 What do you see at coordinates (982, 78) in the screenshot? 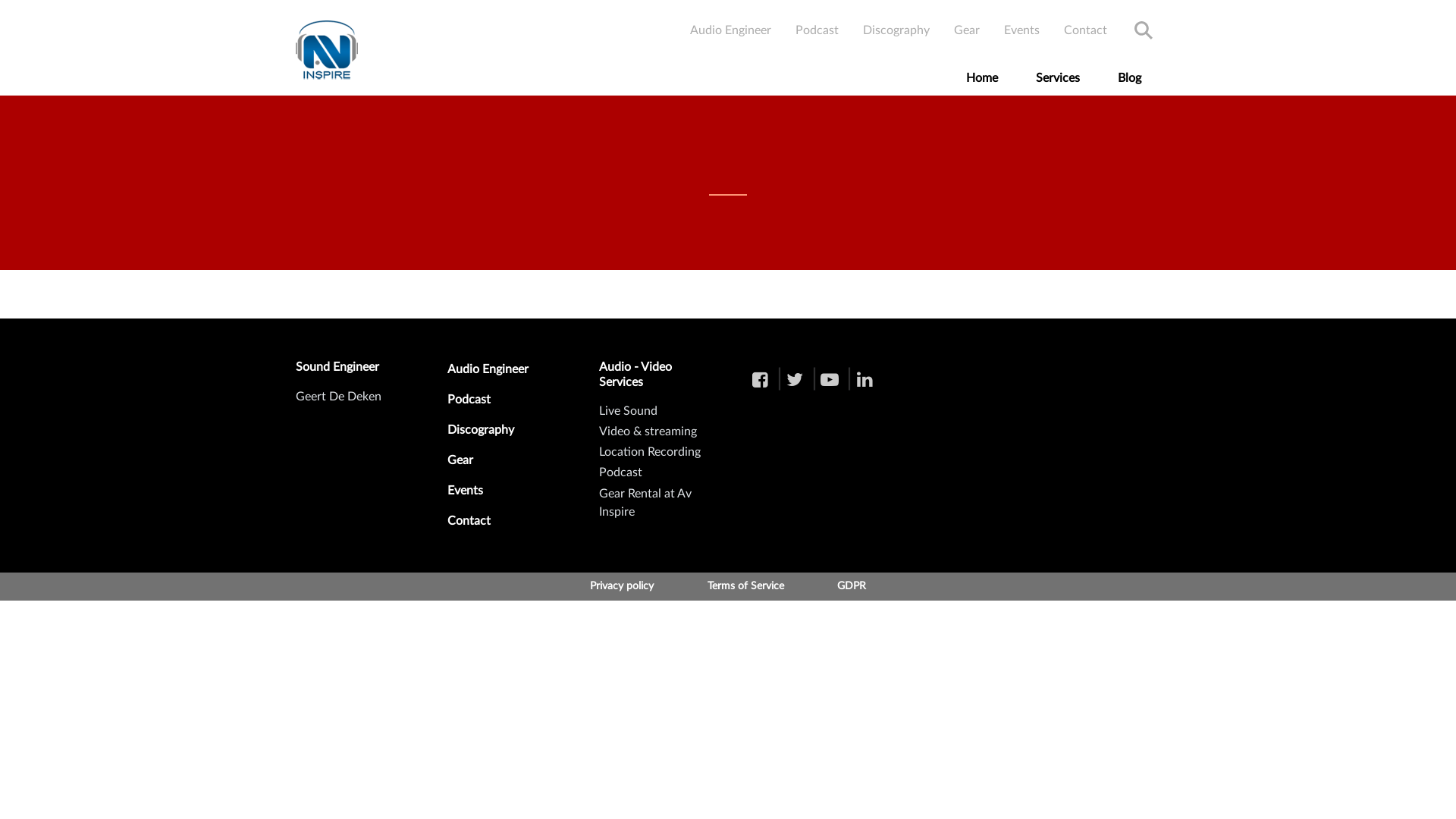
I see `'Home'` at bounding box center [982, 78].